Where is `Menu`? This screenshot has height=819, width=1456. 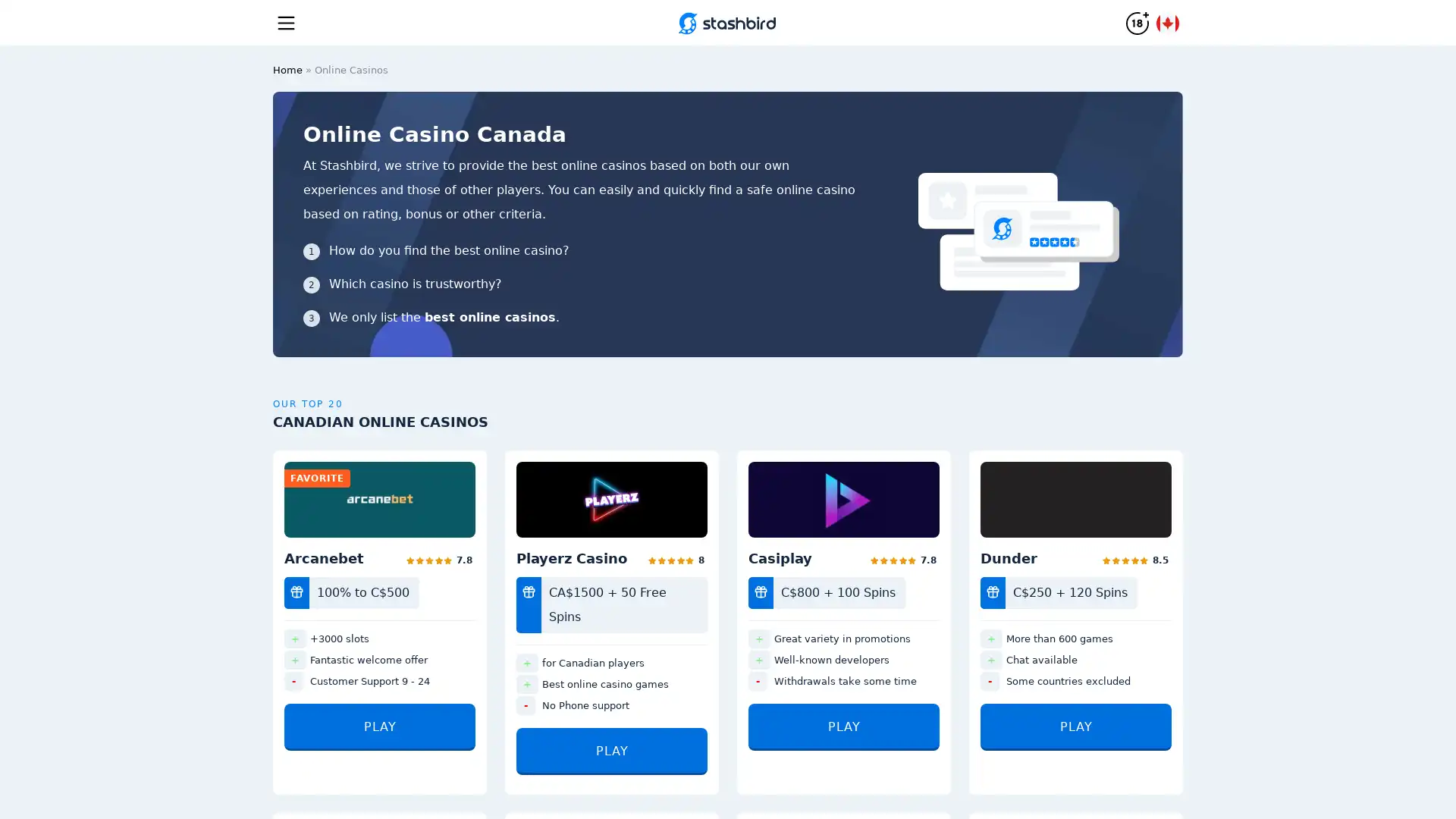
Menu is located at coordinates (286, 22).